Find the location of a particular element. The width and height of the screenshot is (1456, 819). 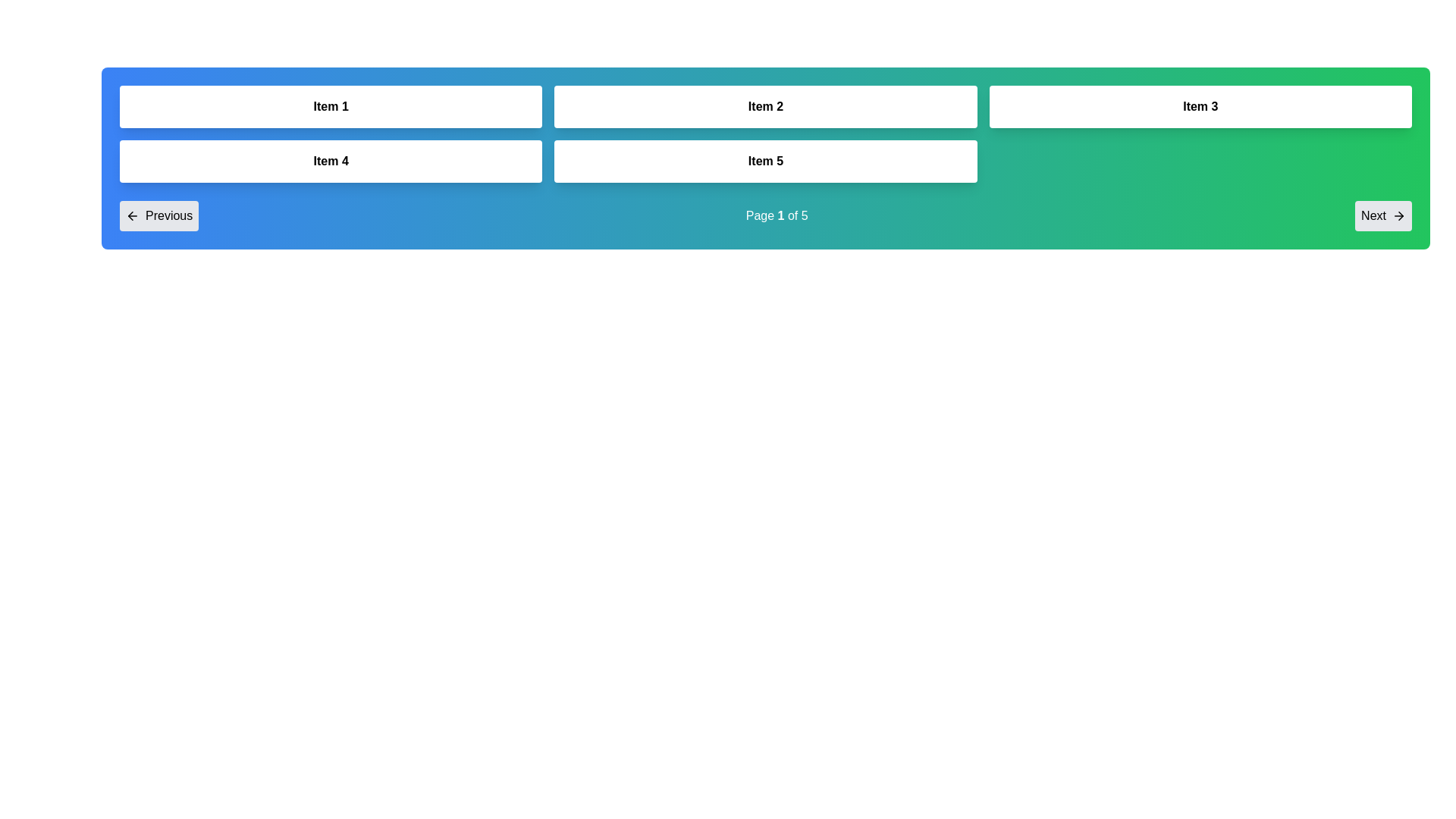

the rectangular button labeled 'Item 3' with a white background and slightly rounded corners is located at coordinates (1200, 106).